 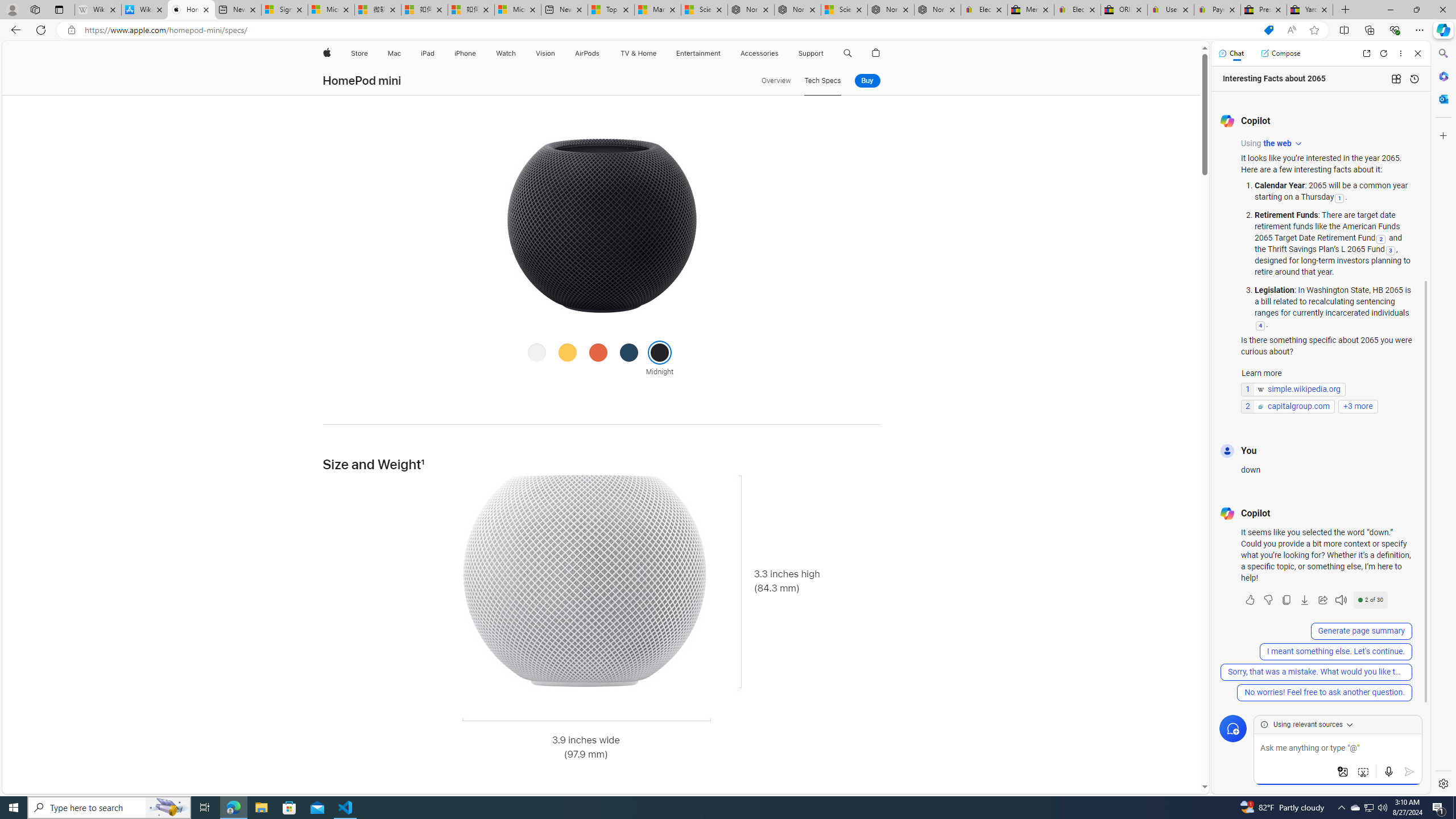 What do you see at coordinates (359, 53) in the screenshot?
I see `'Store'` at bounding box center [359, 53].